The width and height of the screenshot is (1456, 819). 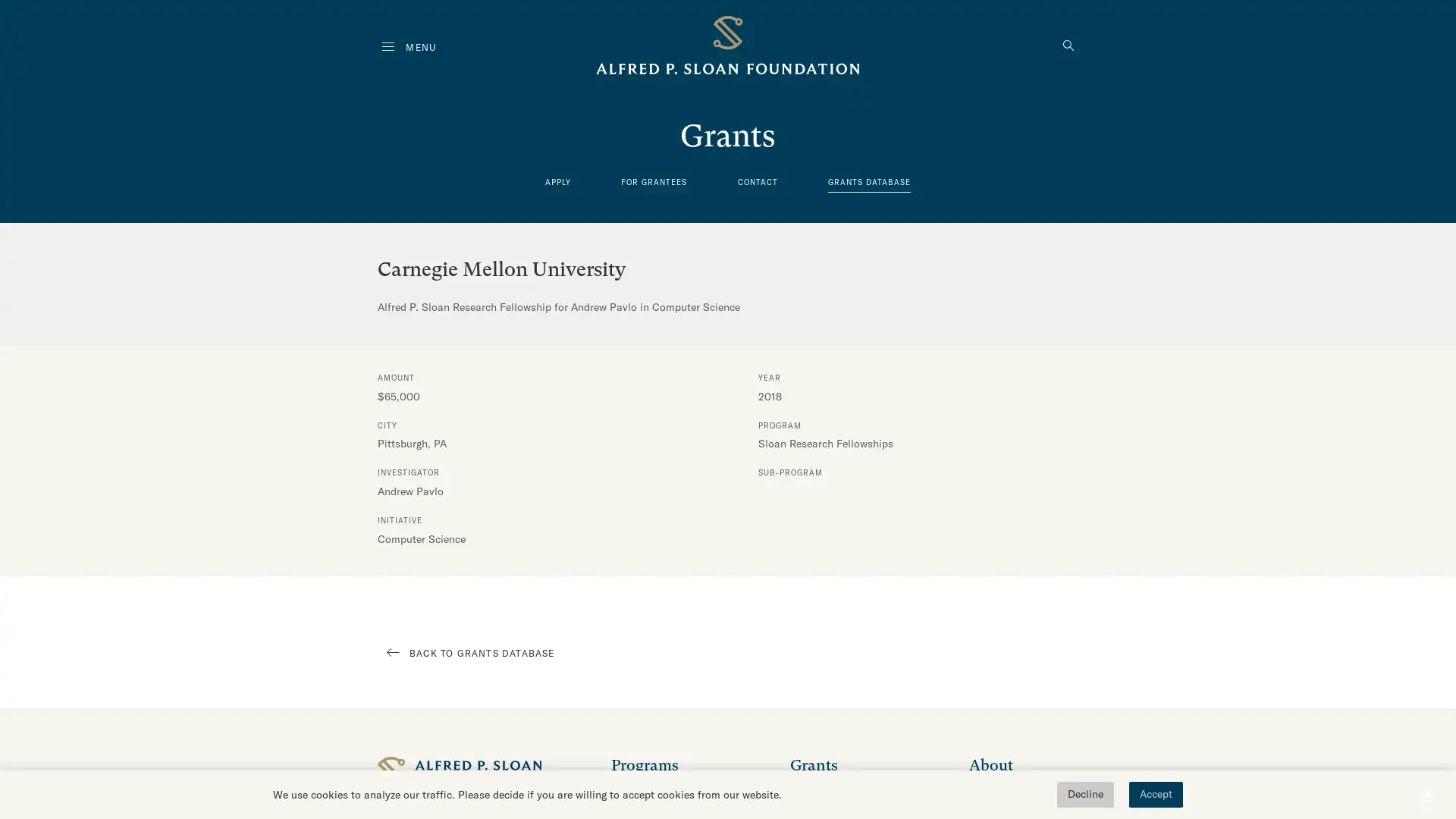 I want to click on MENU, so click(x=409, y=46).